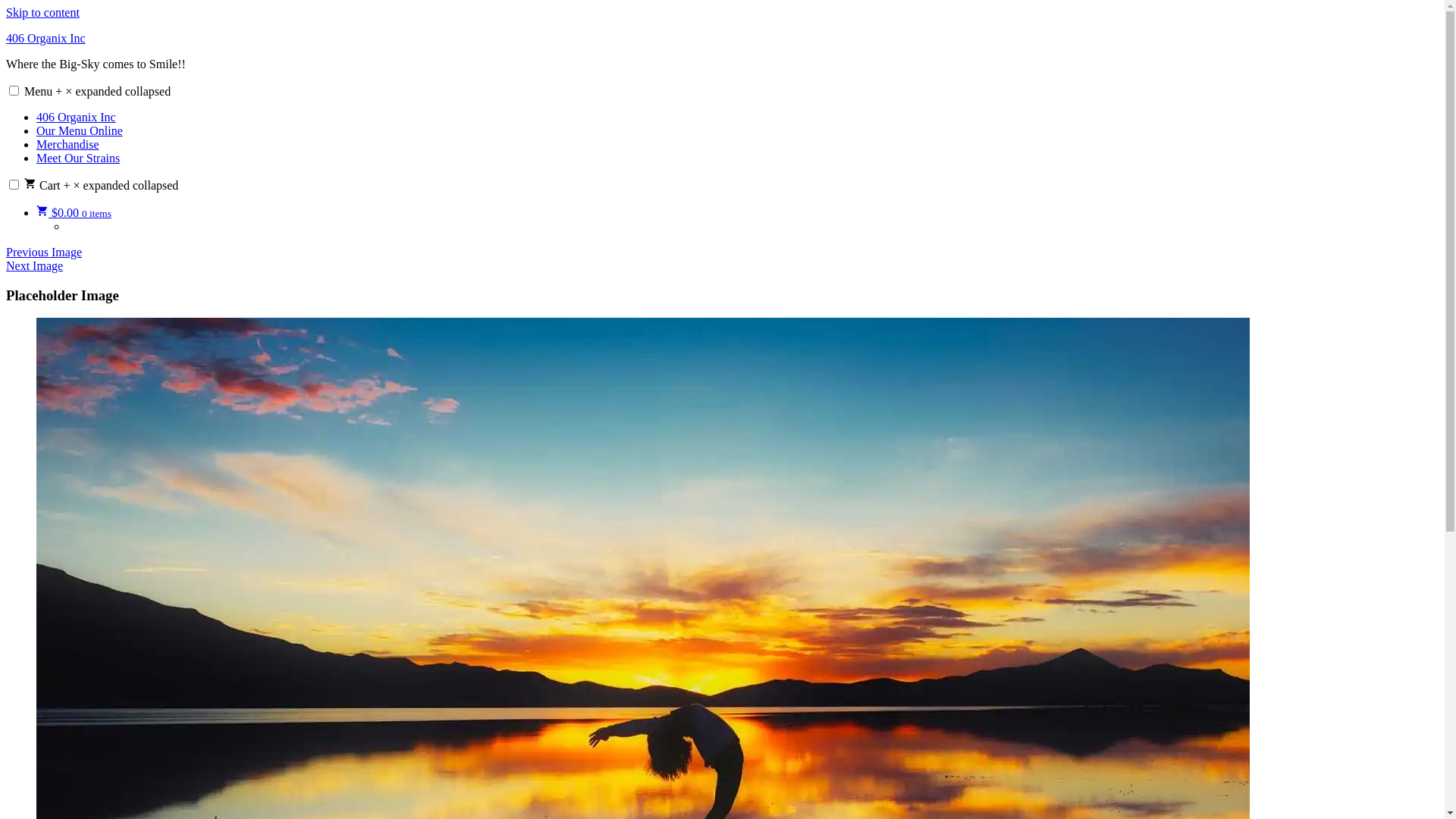 The height and width of the screenshot is (819, 1456). Describe the element at coordinates (36, 144) in the screenshot. I see `'Merchandise'` at that location.